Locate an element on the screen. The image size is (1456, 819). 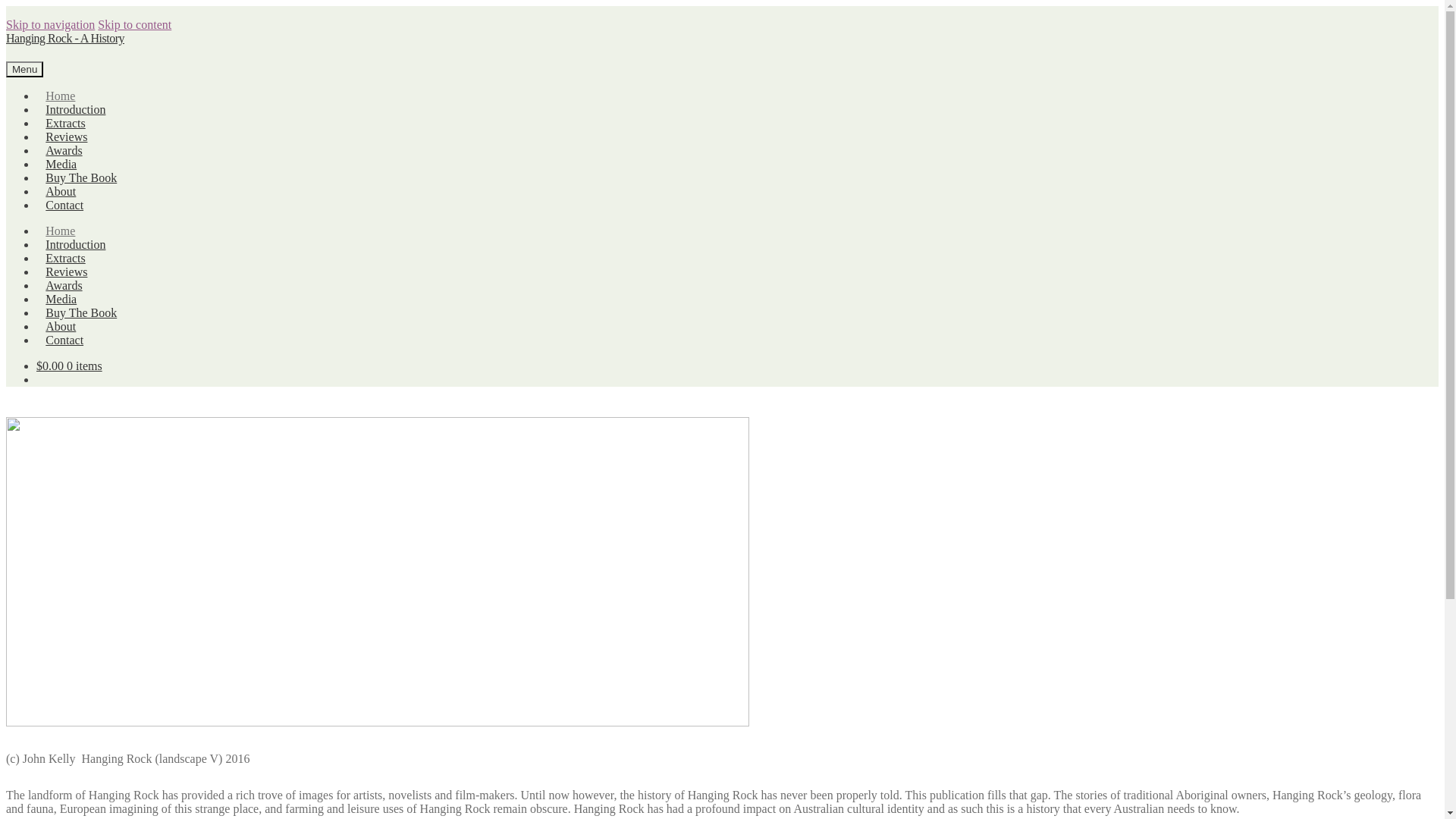
'Hanging Rock - A History' is located at coordinates (64, 37).